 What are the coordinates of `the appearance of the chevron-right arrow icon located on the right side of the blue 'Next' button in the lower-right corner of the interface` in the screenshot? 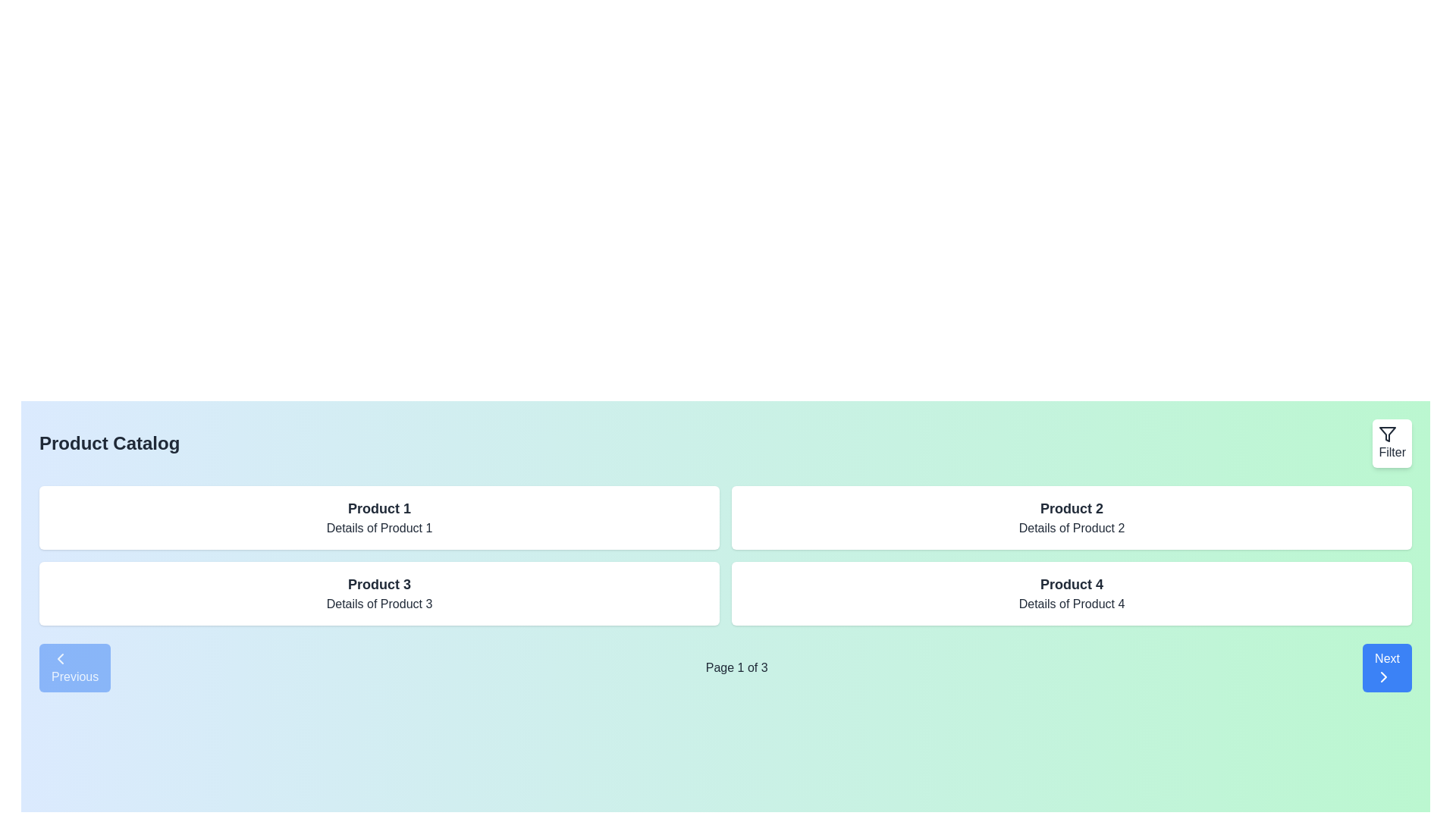 It's located at (1384, 676).